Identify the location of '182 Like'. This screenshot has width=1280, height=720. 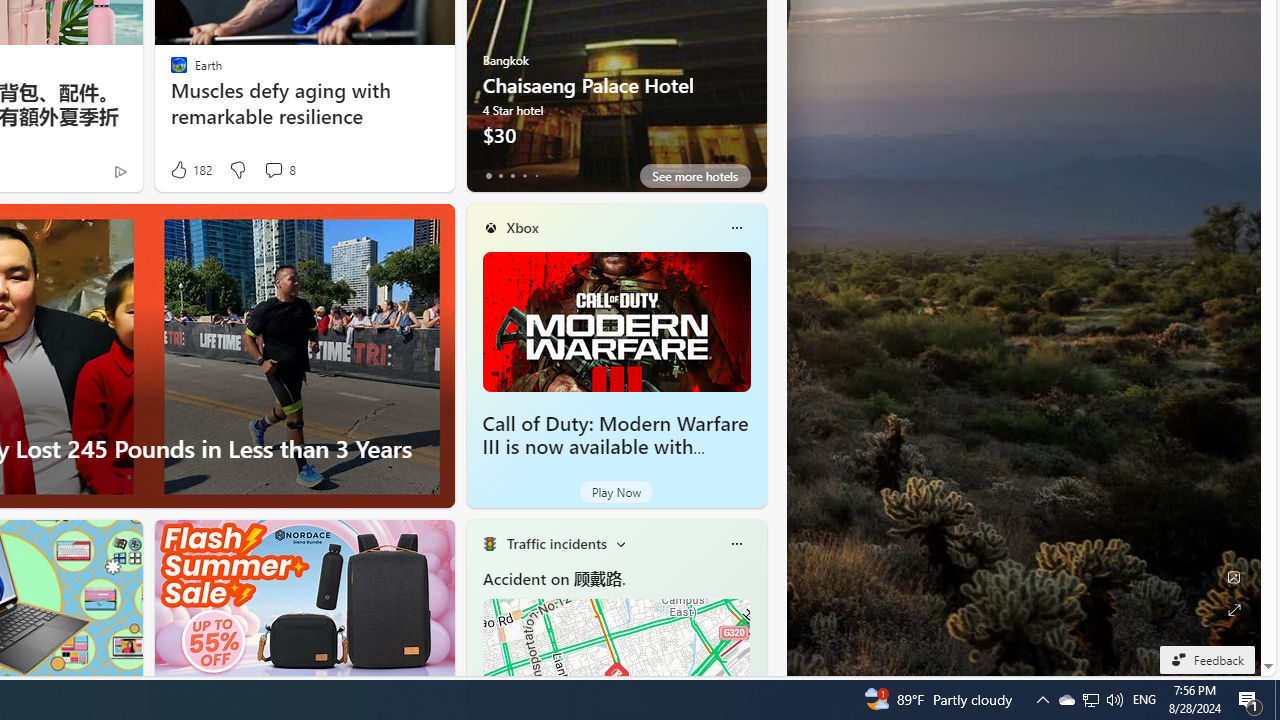
(190, 169).